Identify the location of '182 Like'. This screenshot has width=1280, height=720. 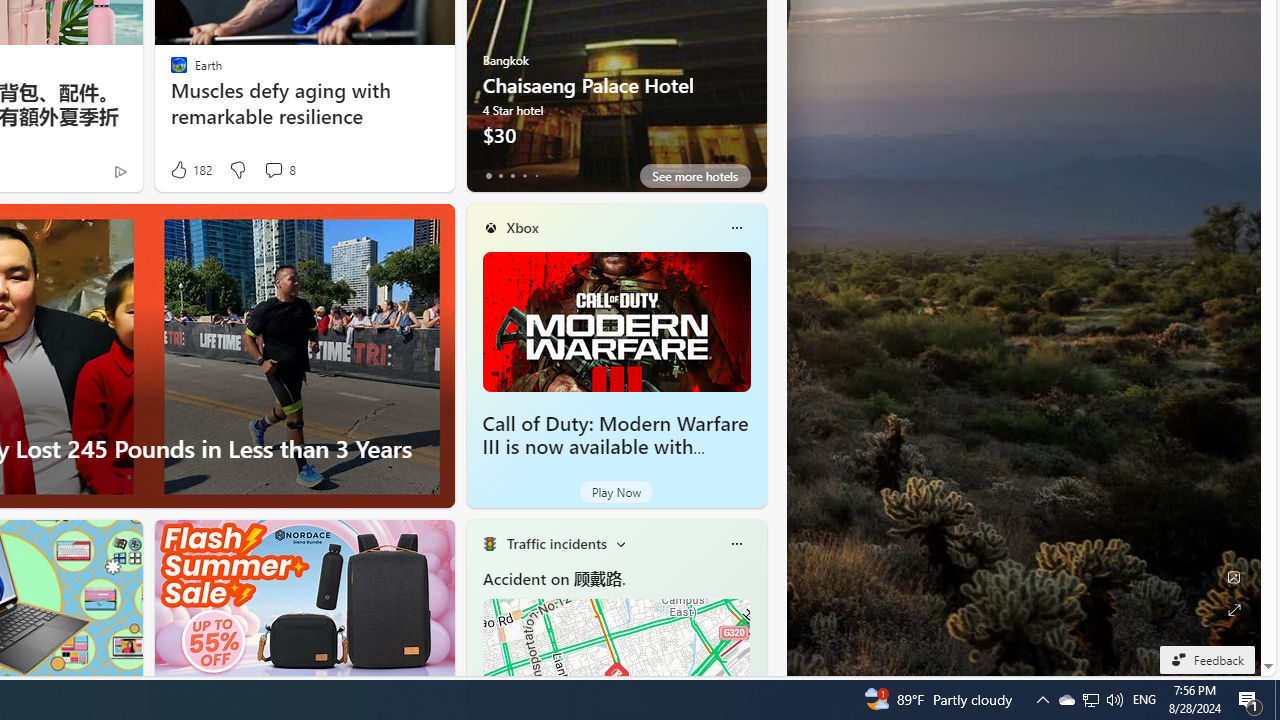
(190, 169).